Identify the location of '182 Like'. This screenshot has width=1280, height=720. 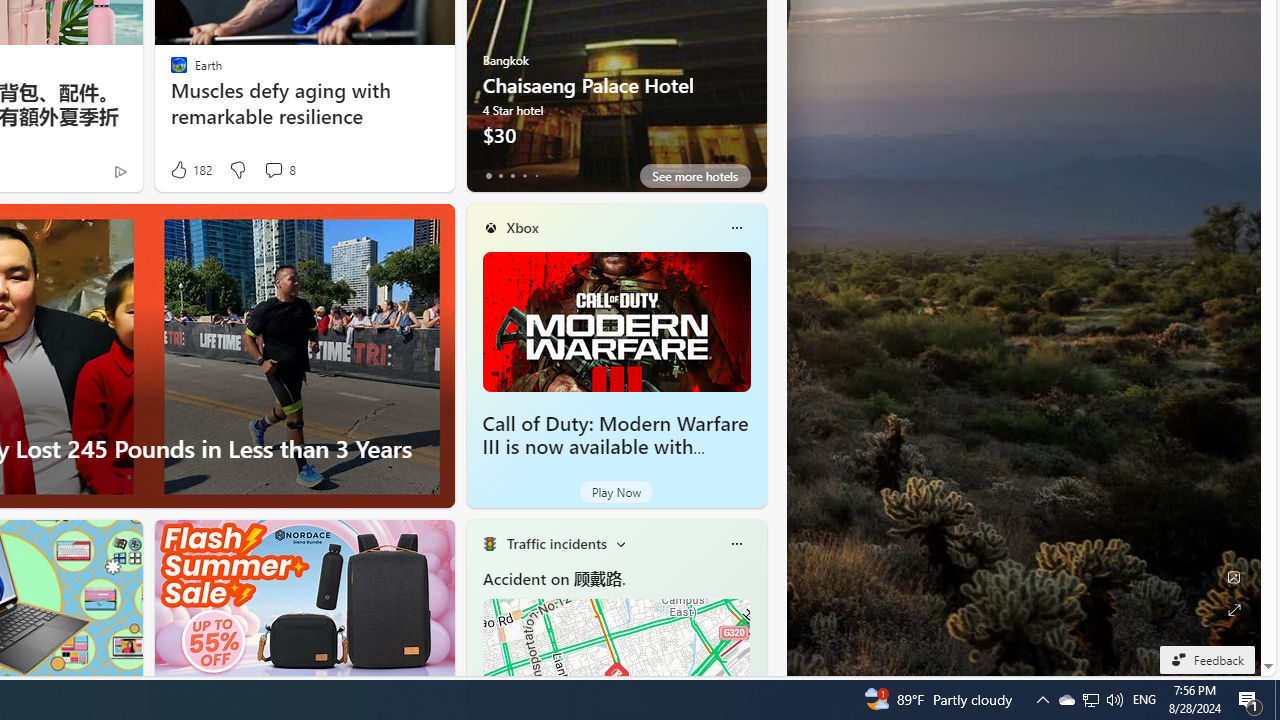
(190, 169).